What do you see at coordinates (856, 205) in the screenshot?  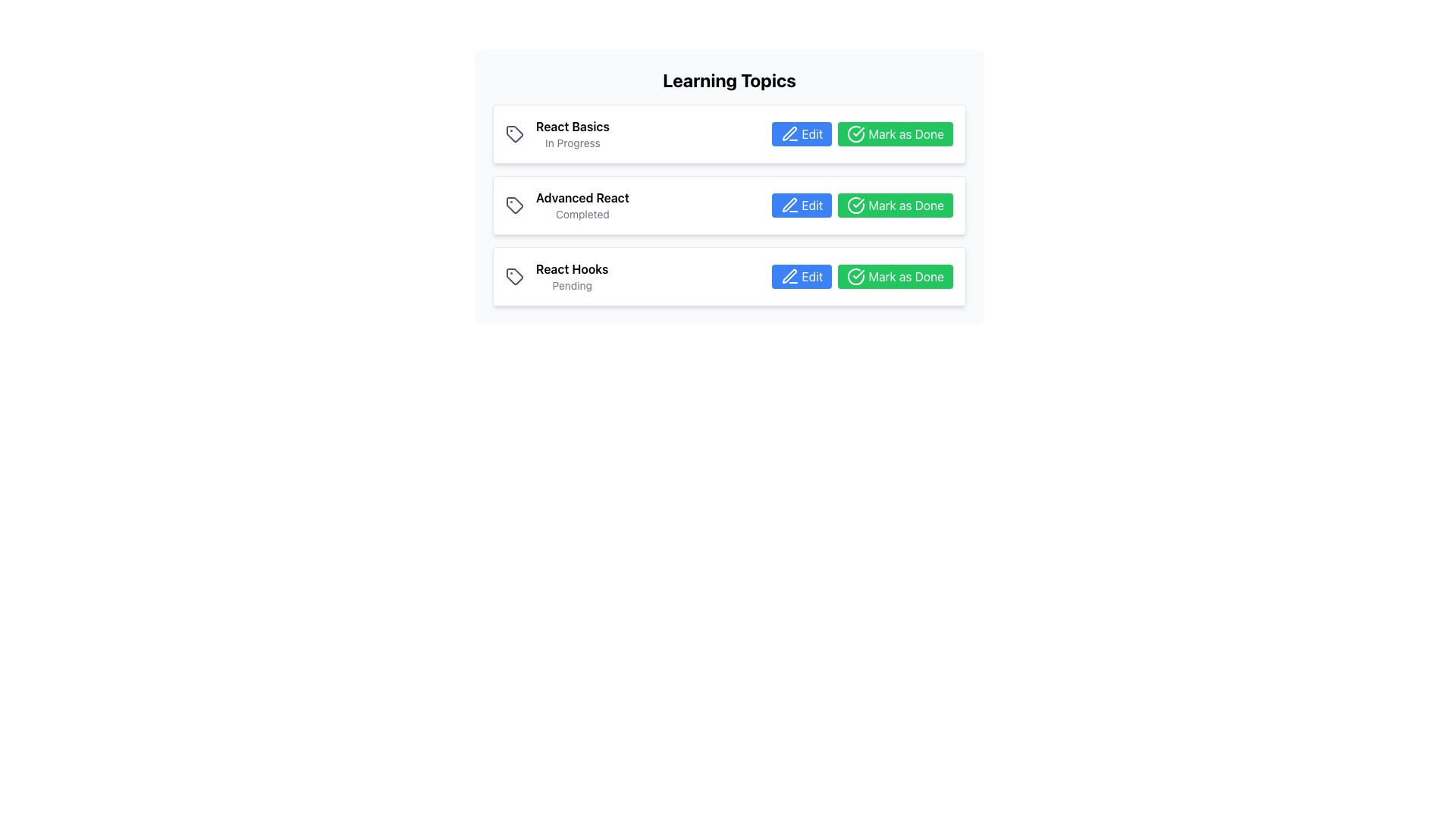 I see `the circular checkmark icon located near the left edge of the green 'Mark as Done' button` at bounding box center [856, 205].